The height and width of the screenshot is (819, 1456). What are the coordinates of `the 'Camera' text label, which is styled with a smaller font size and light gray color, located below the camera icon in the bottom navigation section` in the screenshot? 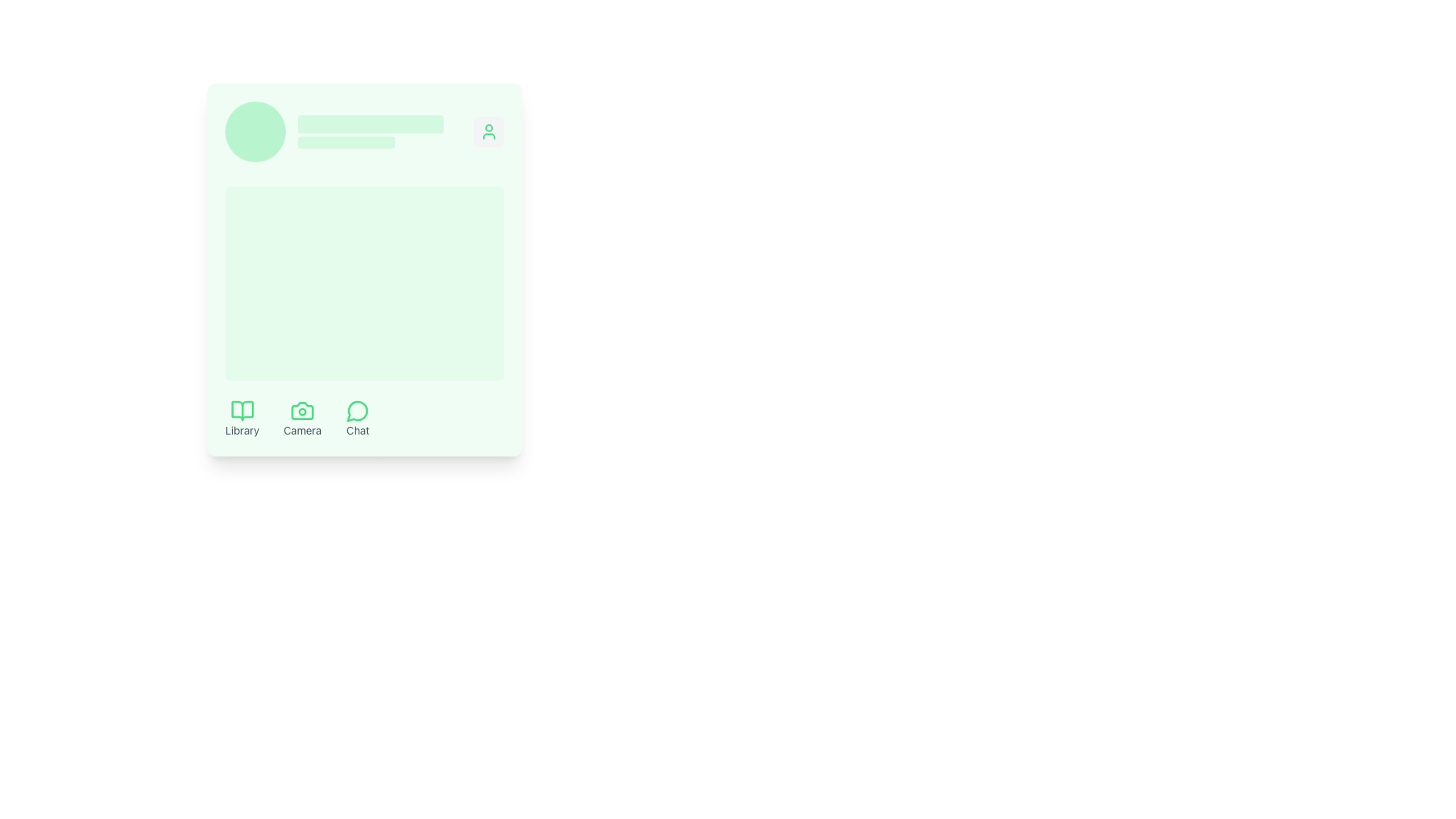 It's located at (302, 430).